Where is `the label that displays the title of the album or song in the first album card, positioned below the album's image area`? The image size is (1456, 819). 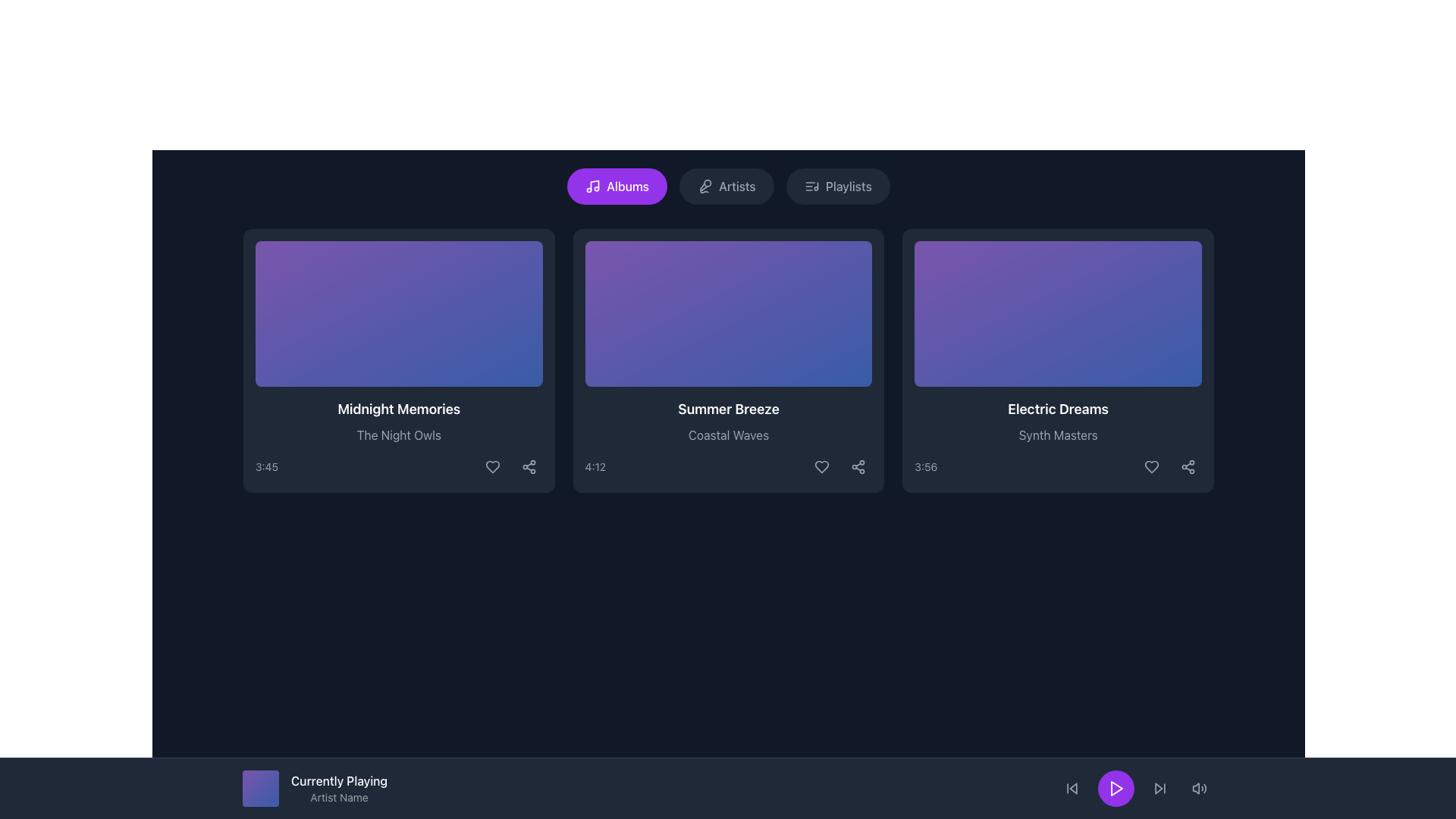 the label that displays the title of the album or song in the first album card, positioned below the album's image area is located at coordinates (399, 409).